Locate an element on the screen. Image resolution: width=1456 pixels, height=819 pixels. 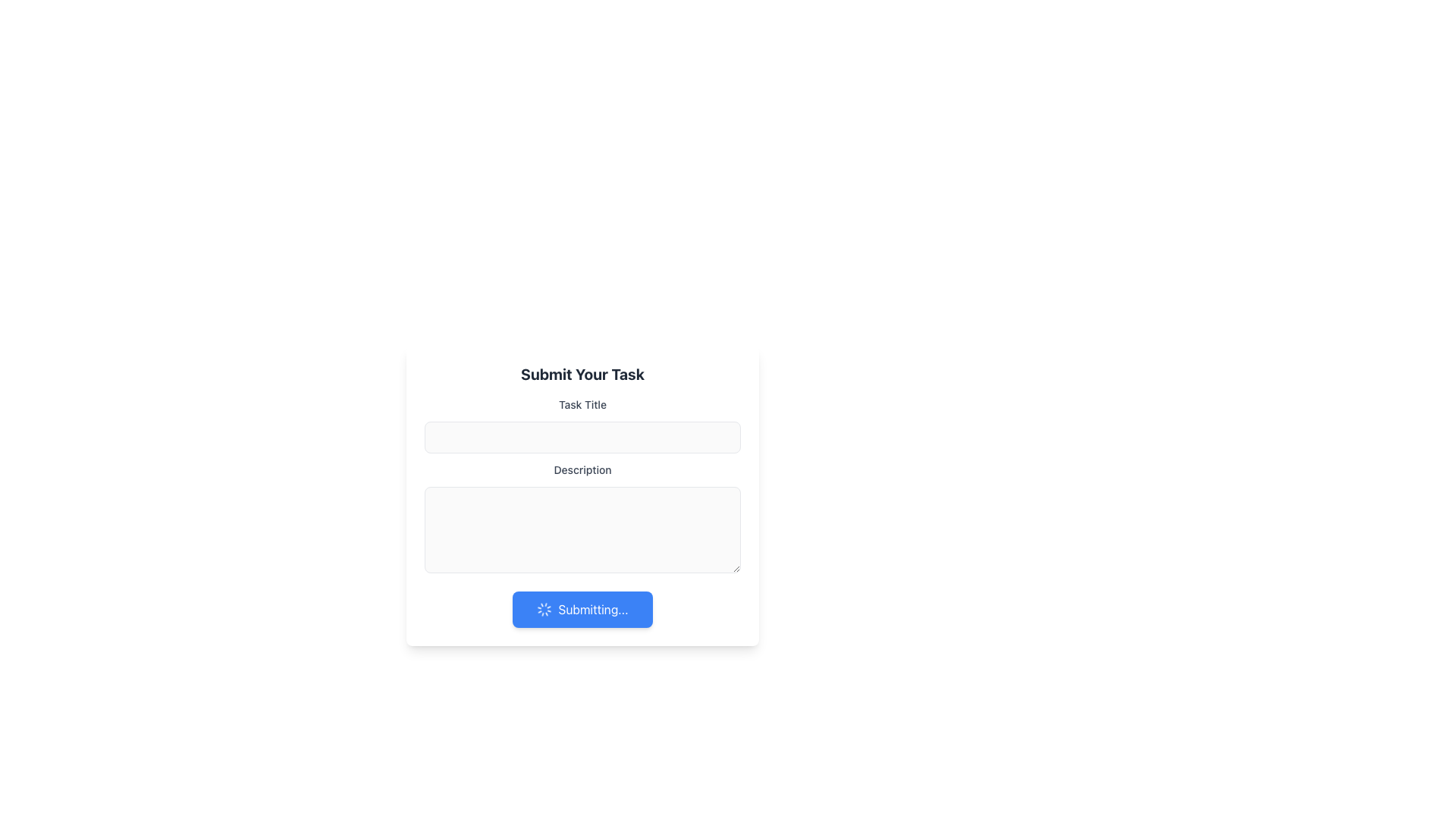
the submission button located at the bottom center of the form, which indicates form submission with the text 'Submitting...' and shows a spinning loader is located at coordinates (582, 608).